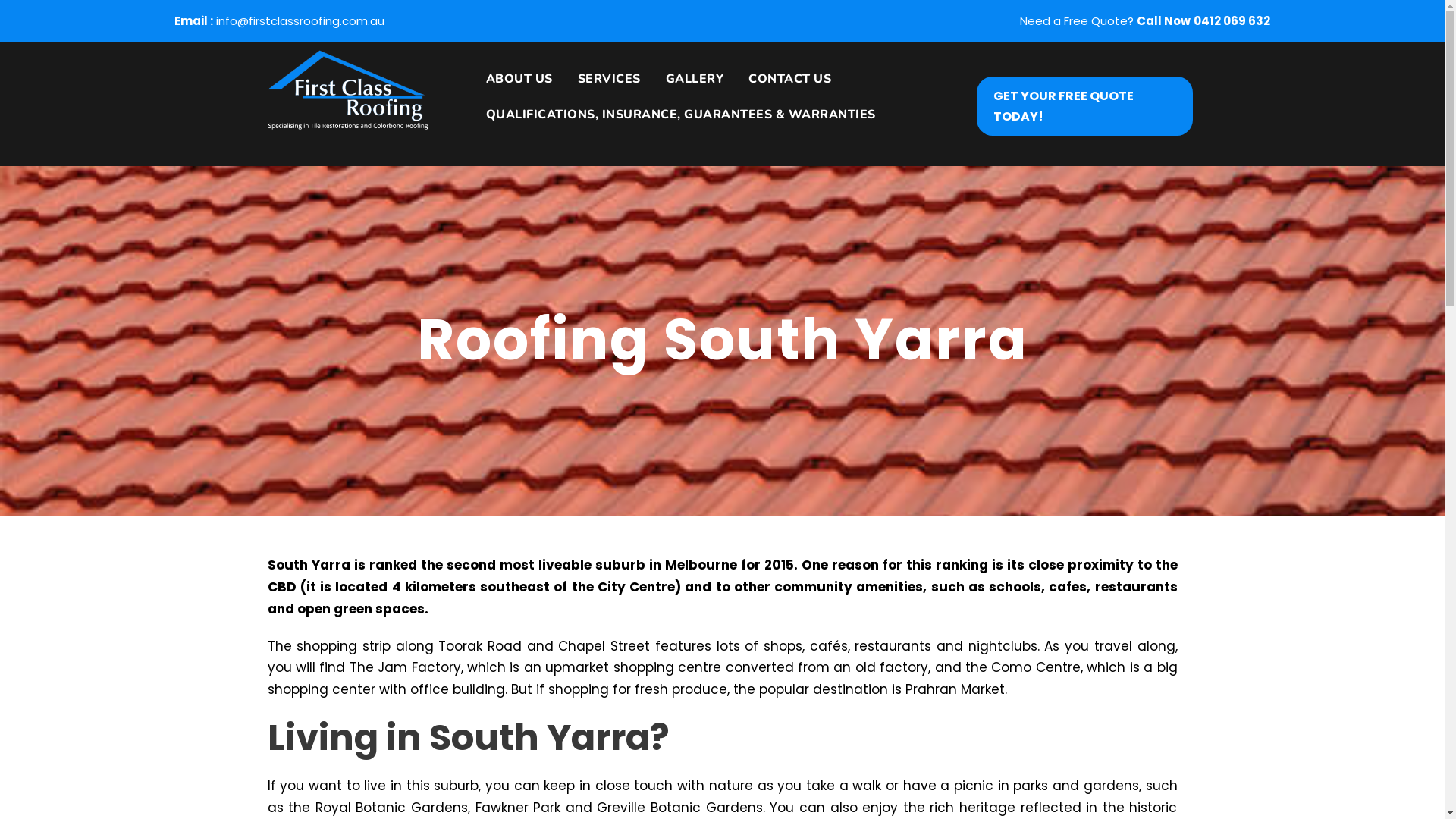 The height and width of the screenshot is (819, 1456). Describe the element at coordinates (688, 86) in the screenshot. I see `'GALLERY'` at that location.